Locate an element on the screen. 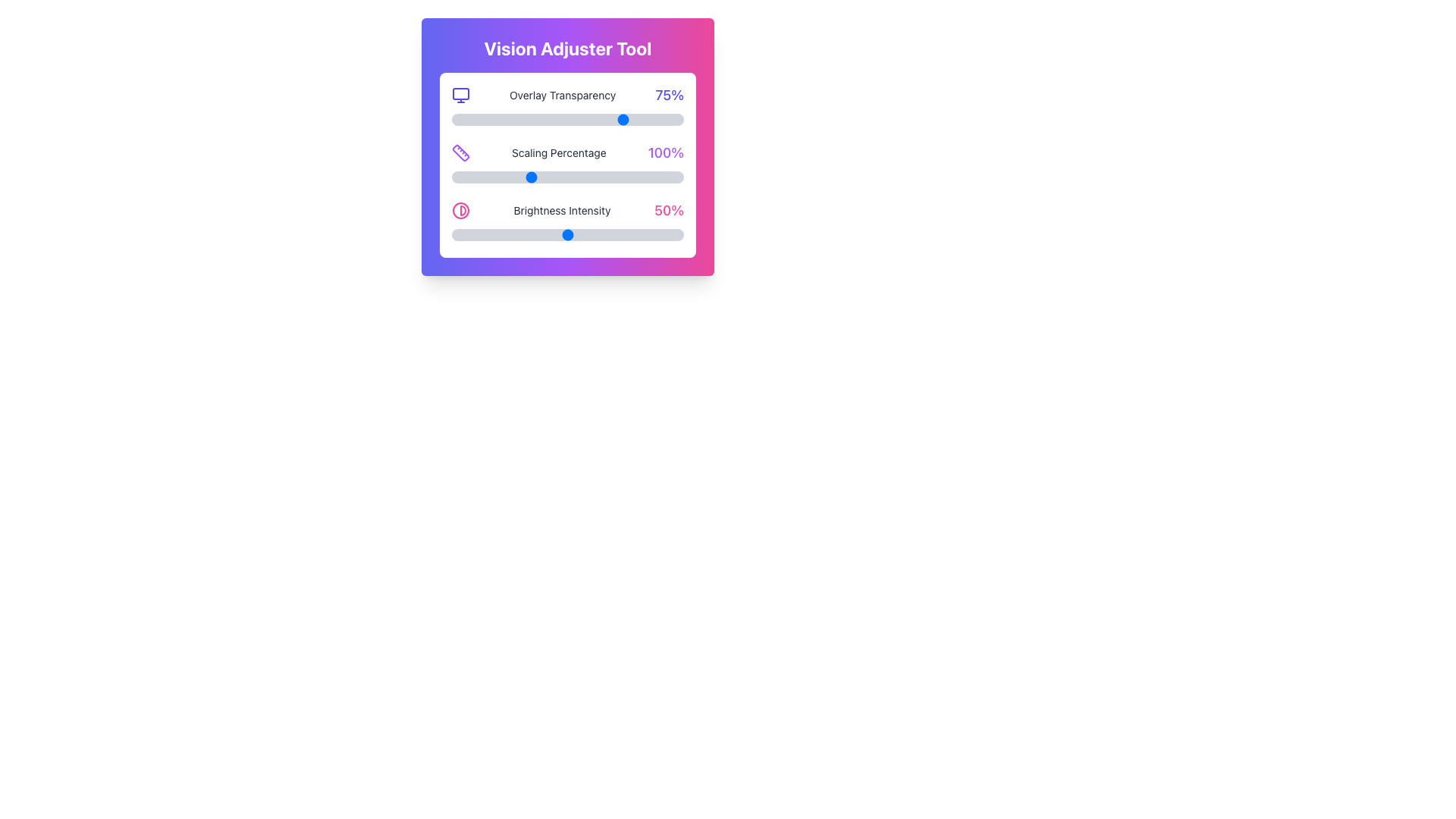  the scaling percentage is located at coordinates (507, 177).